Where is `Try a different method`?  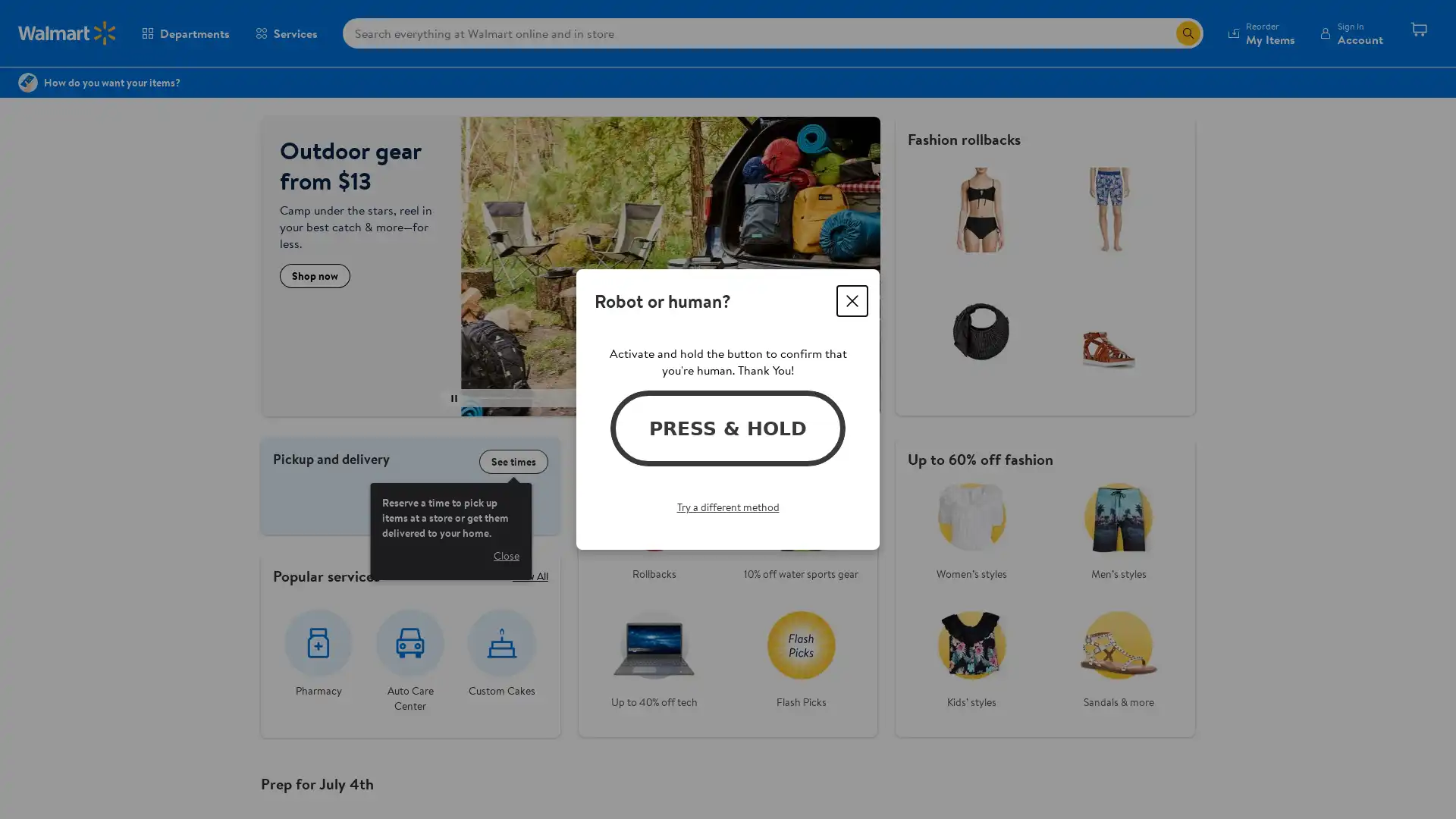 Try a different method is located at coordinates (726, 507).